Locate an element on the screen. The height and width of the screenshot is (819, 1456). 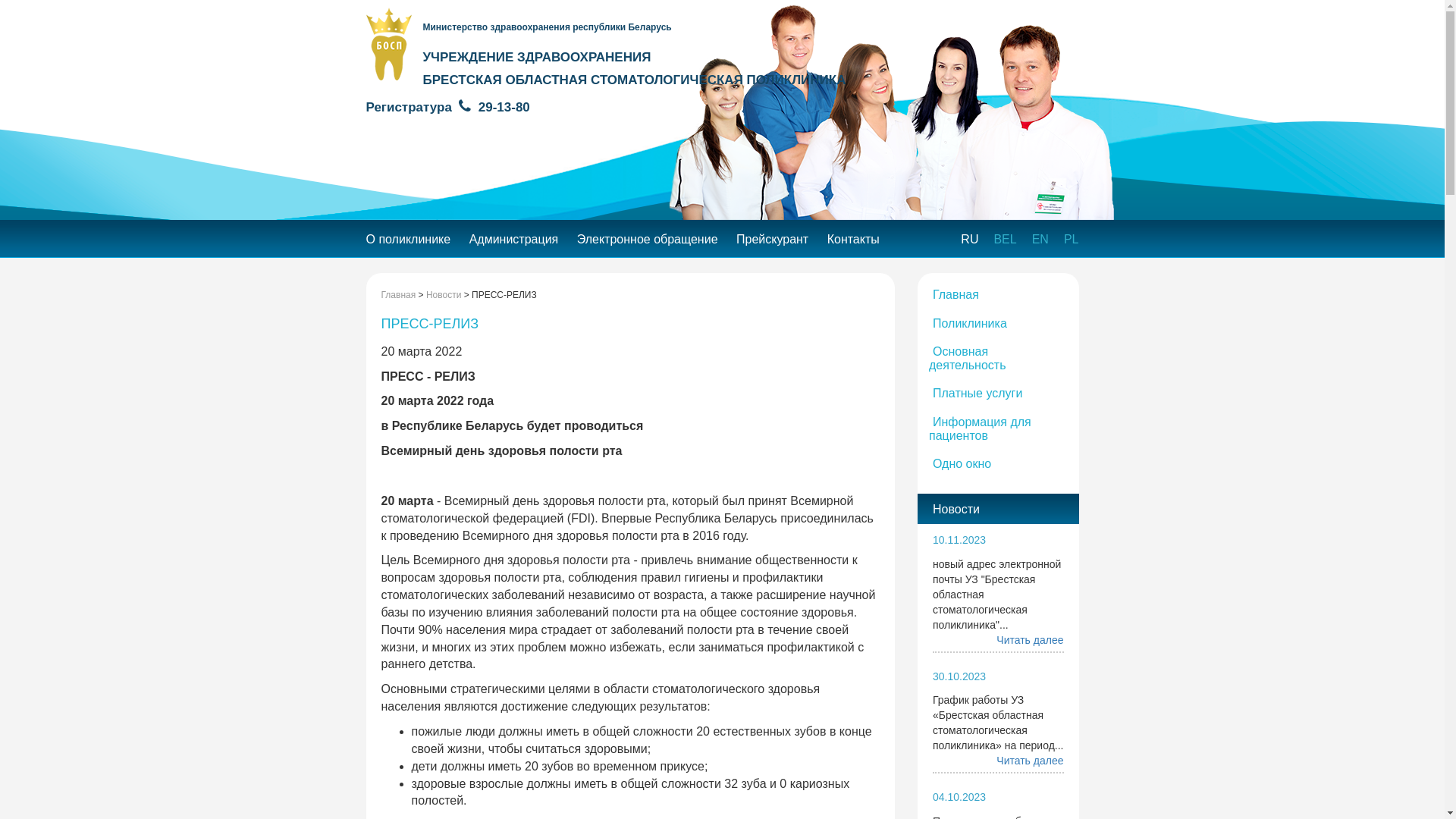
'BEL' is located at coordinates (1004, 239).